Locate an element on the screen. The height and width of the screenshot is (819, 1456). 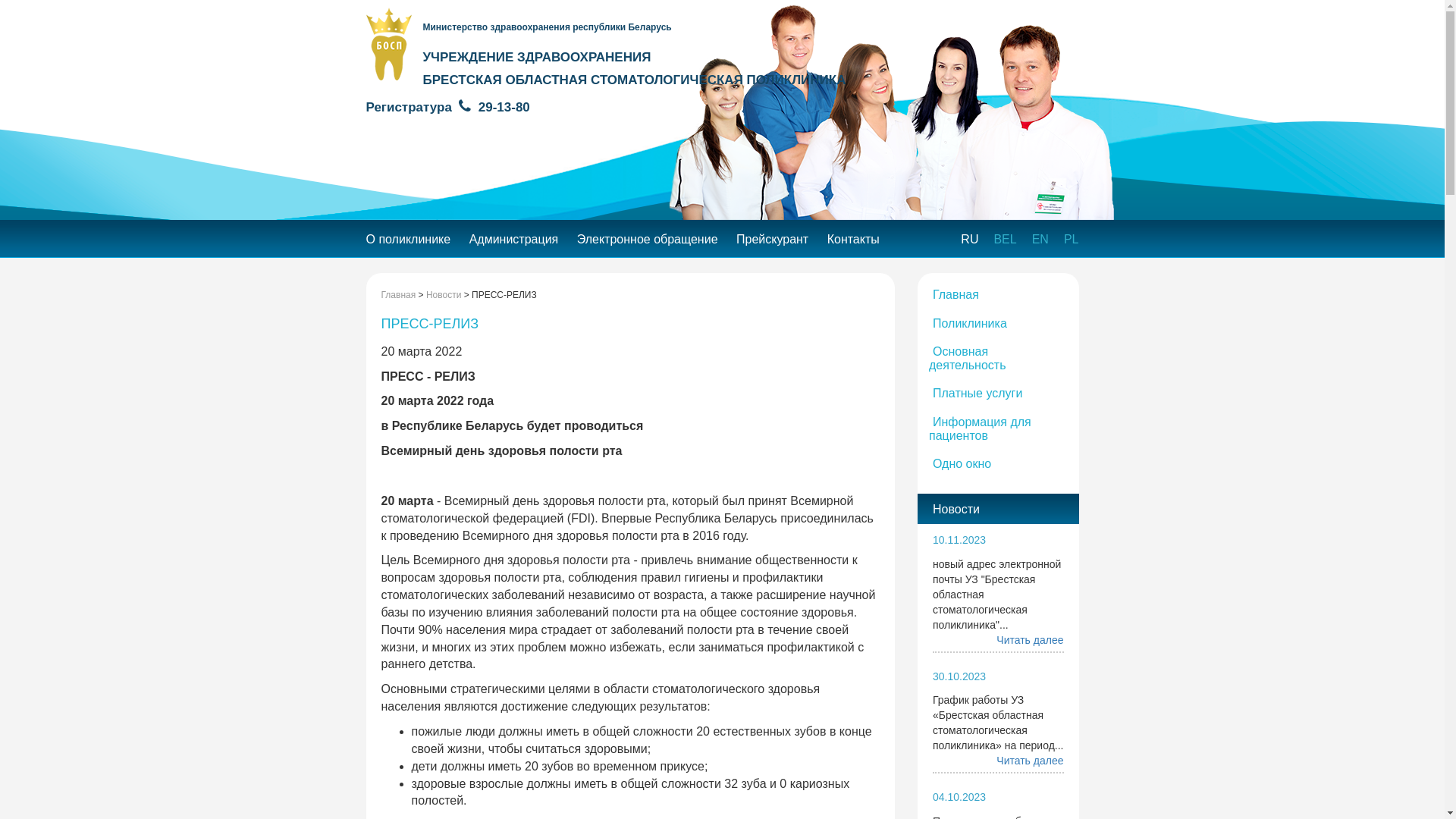
'BEL' is located at coordinates (1004, 239).